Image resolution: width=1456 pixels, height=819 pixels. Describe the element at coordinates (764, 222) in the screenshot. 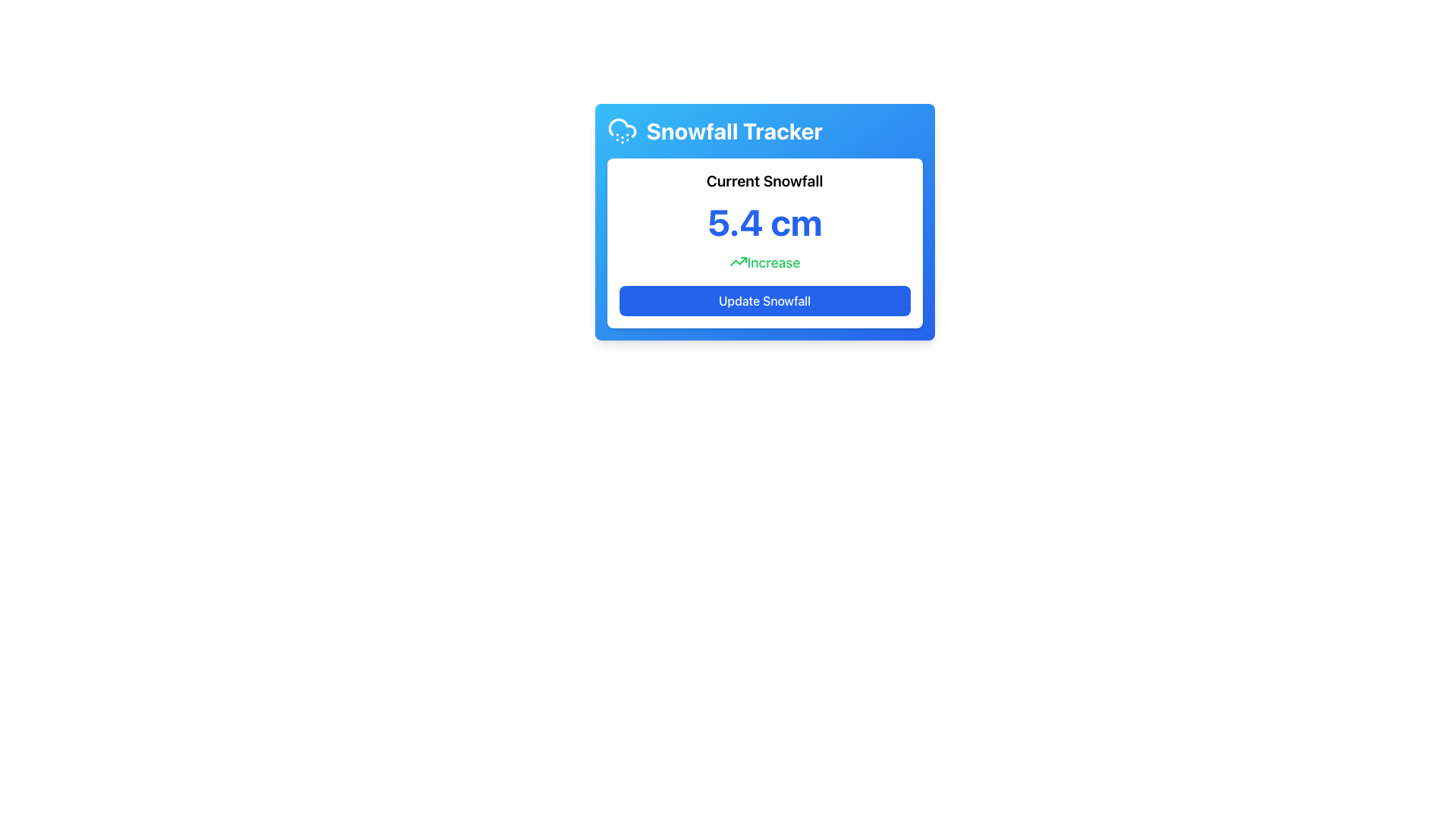

I see `the Text Label that displays the current snowfall value in centimeters, located within the 'Snowfall Tracker' card layout, positioned between 'Current Snowfall' and 'Increase' labels` at that location.